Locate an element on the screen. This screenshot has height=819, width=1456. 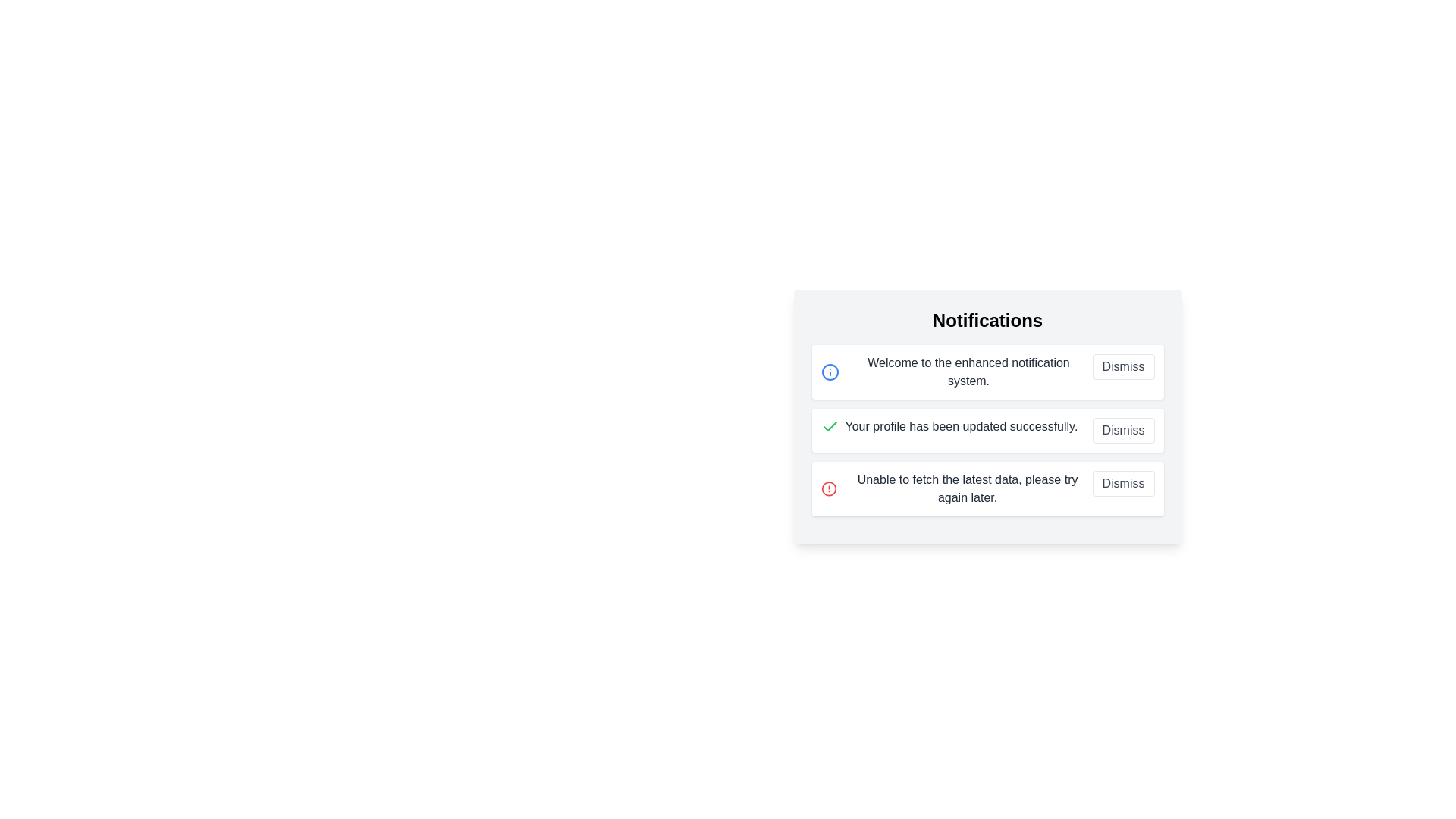
the green checkmark icon that indicates a successful action, located to the left of the text 'Your profile has been updated successfully' in the notification message is located at coordinates (829, 427).